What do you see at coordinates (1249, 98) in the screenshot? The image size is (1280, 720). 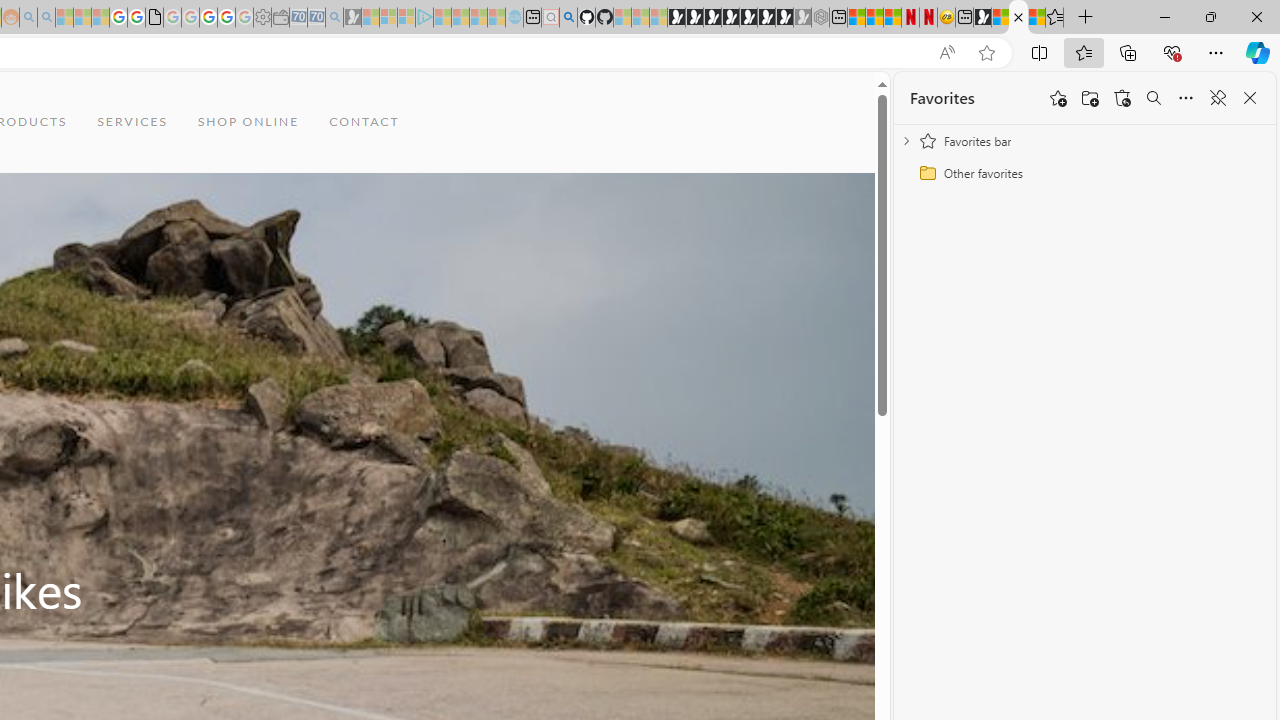 I see `'Close favorites'` at bounding box center [1249, 98].